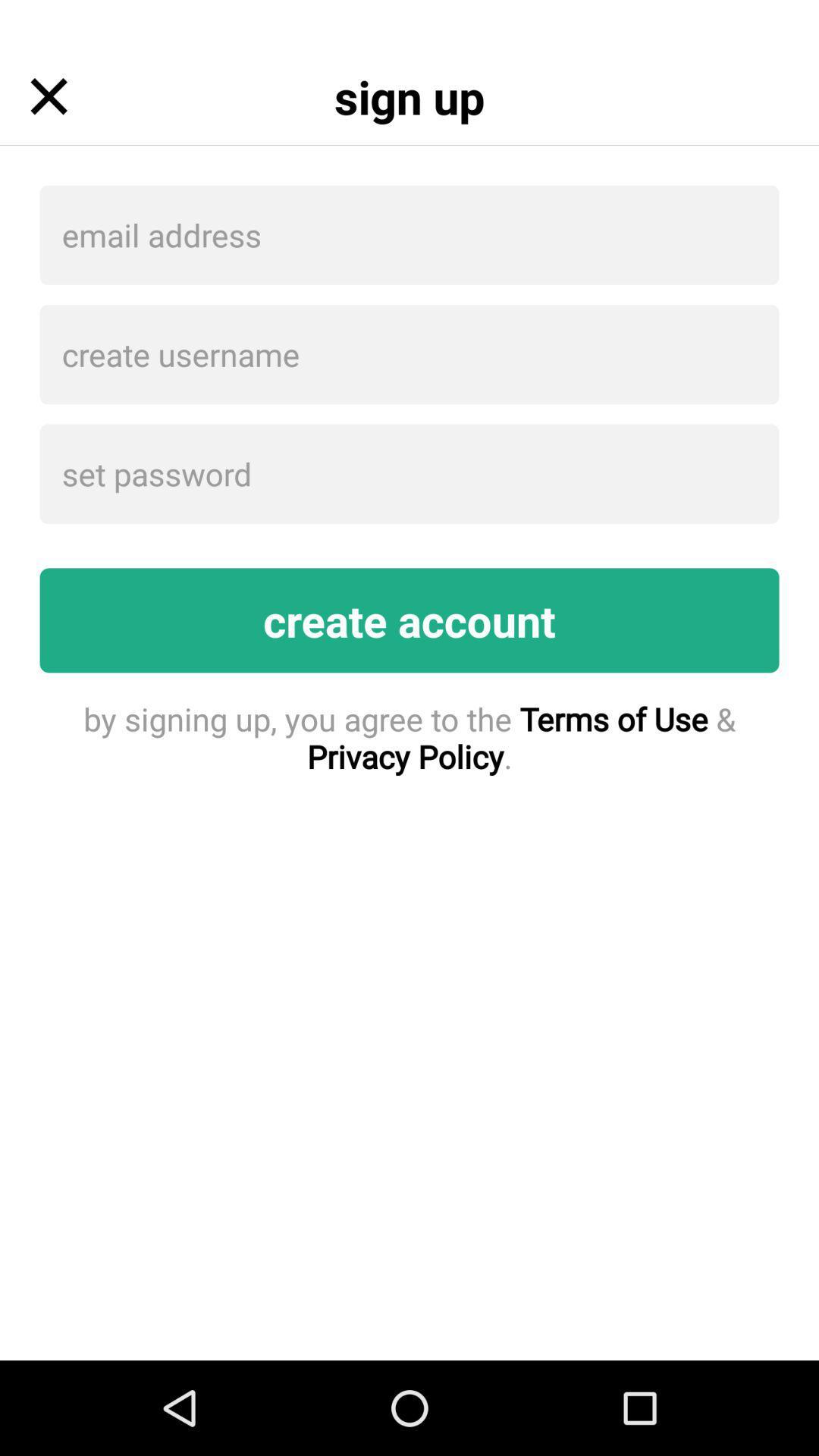  Describe the element at coordinates (48, 96) in the screenshot. I see `the item at the top left corner` at that location.